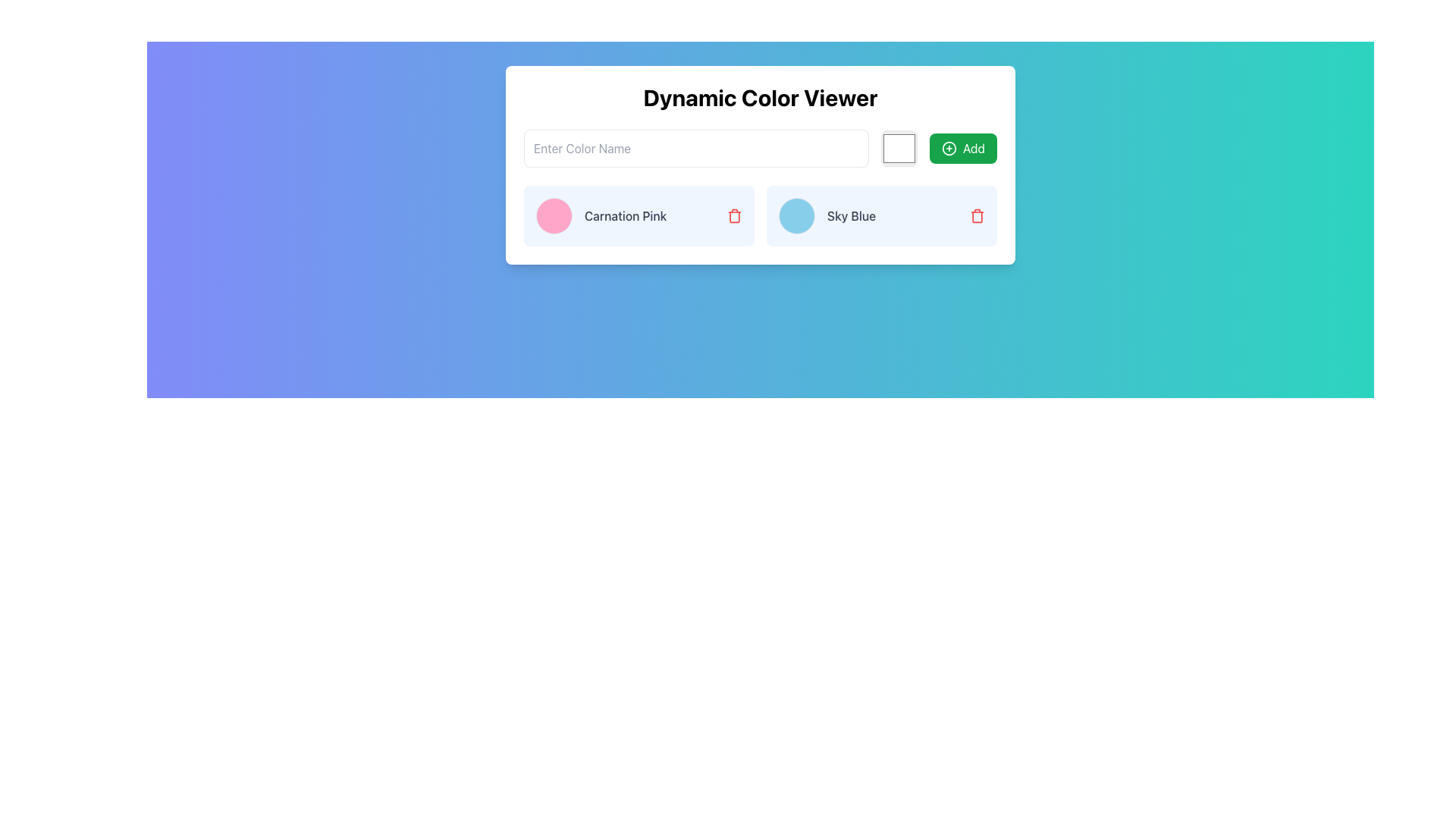 The image size is (1456, 819). What do you see at coordinates (827, 216) in the screenshot?
I see `the 'Sky Blue' color option group, which includes a blue color preview and a label, located in the middle of a light blue card below the 'Dynamic Color Viewer' header` at bounding box center [827, 216].